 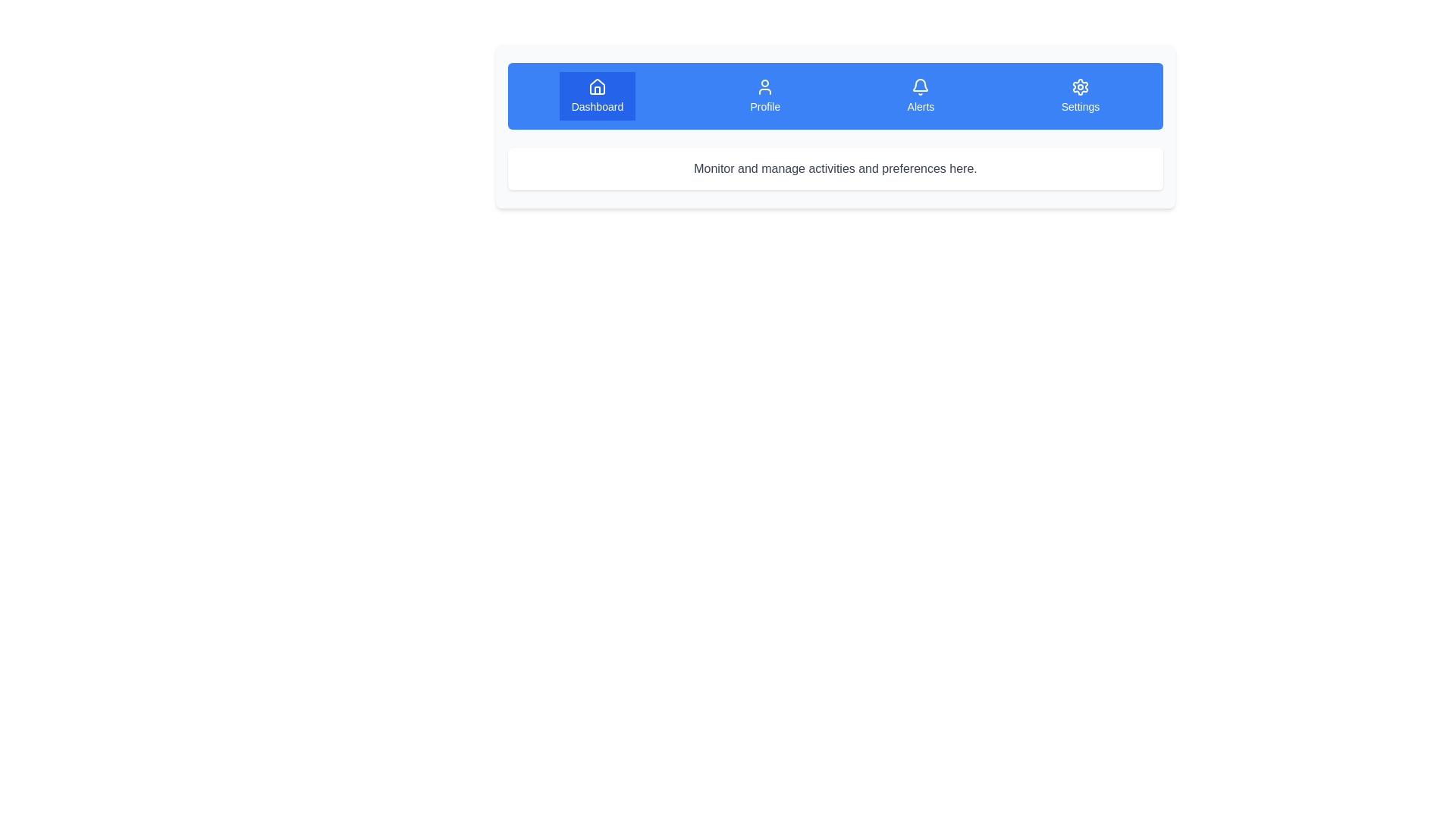 I want to click on the Navigation bar, so click(x=835, y=96).